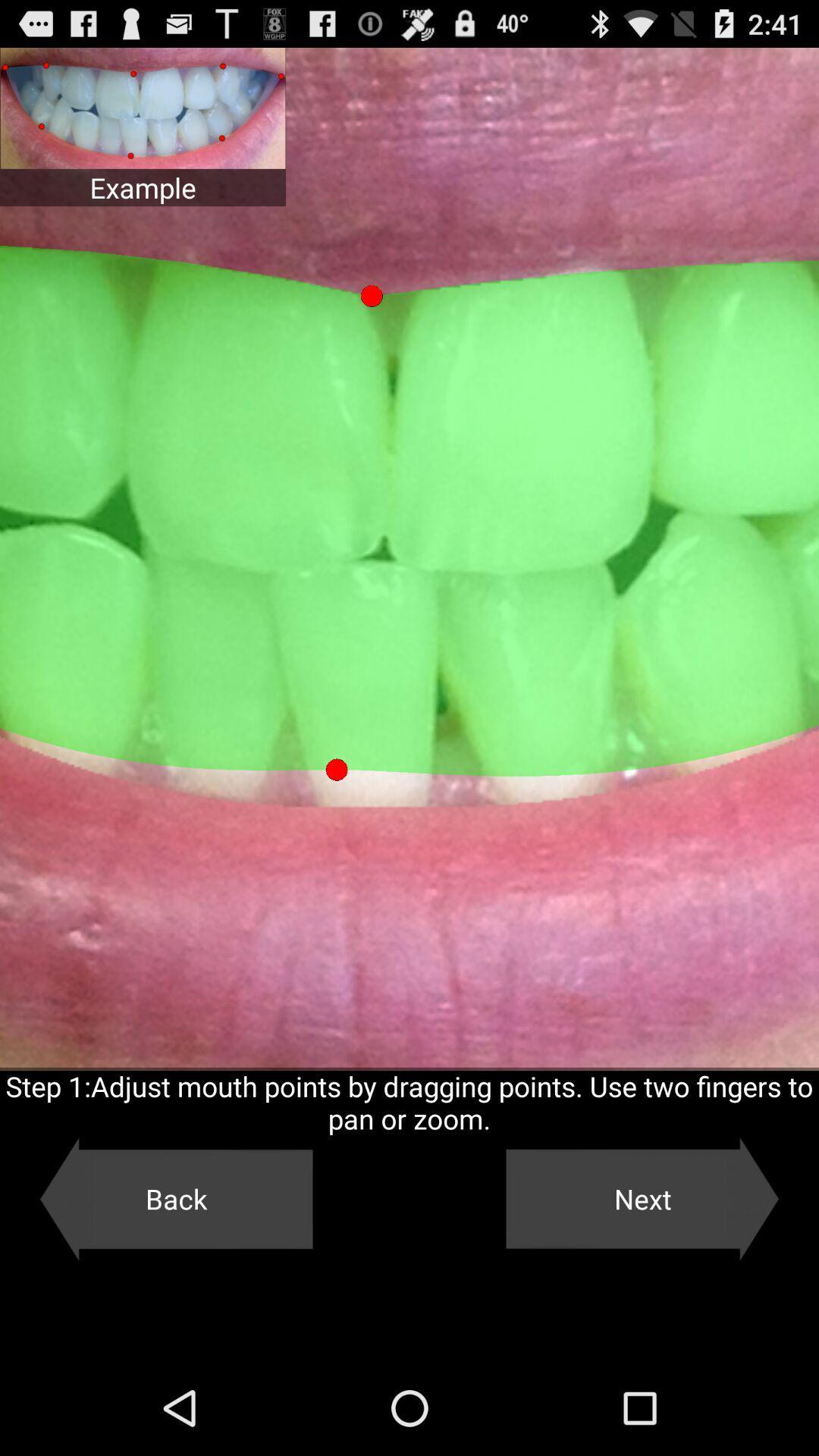 The height and width of the screenshot is (1456, 819). What do you see at coordinates (175, 1198) in the screenshot?
I see `the back at the bottom left corner` at bounding box center [175, 1198].